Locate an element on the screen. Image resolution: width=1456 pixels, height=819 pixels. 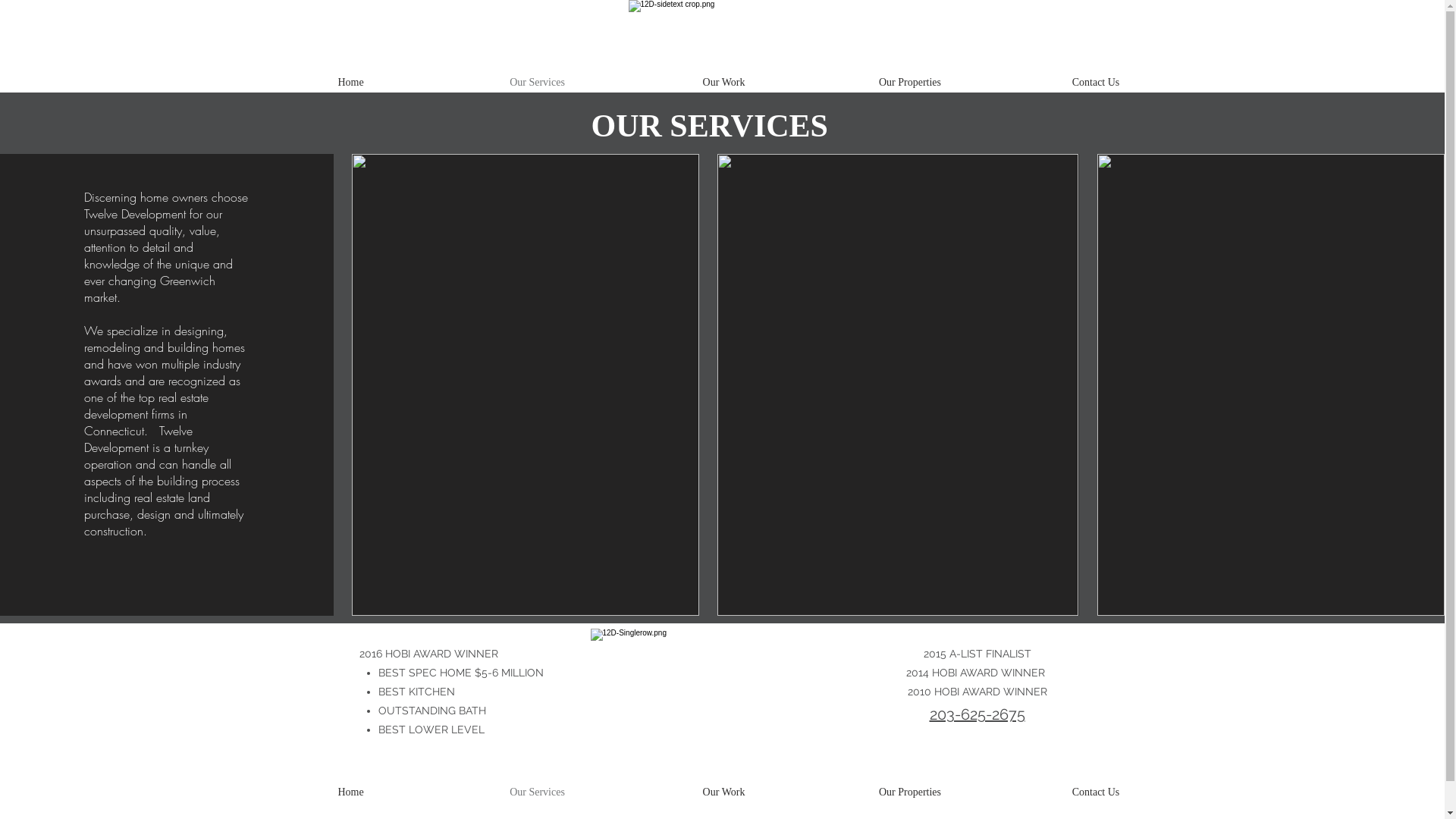
'Our Services' is located at coordinates (538, 792).